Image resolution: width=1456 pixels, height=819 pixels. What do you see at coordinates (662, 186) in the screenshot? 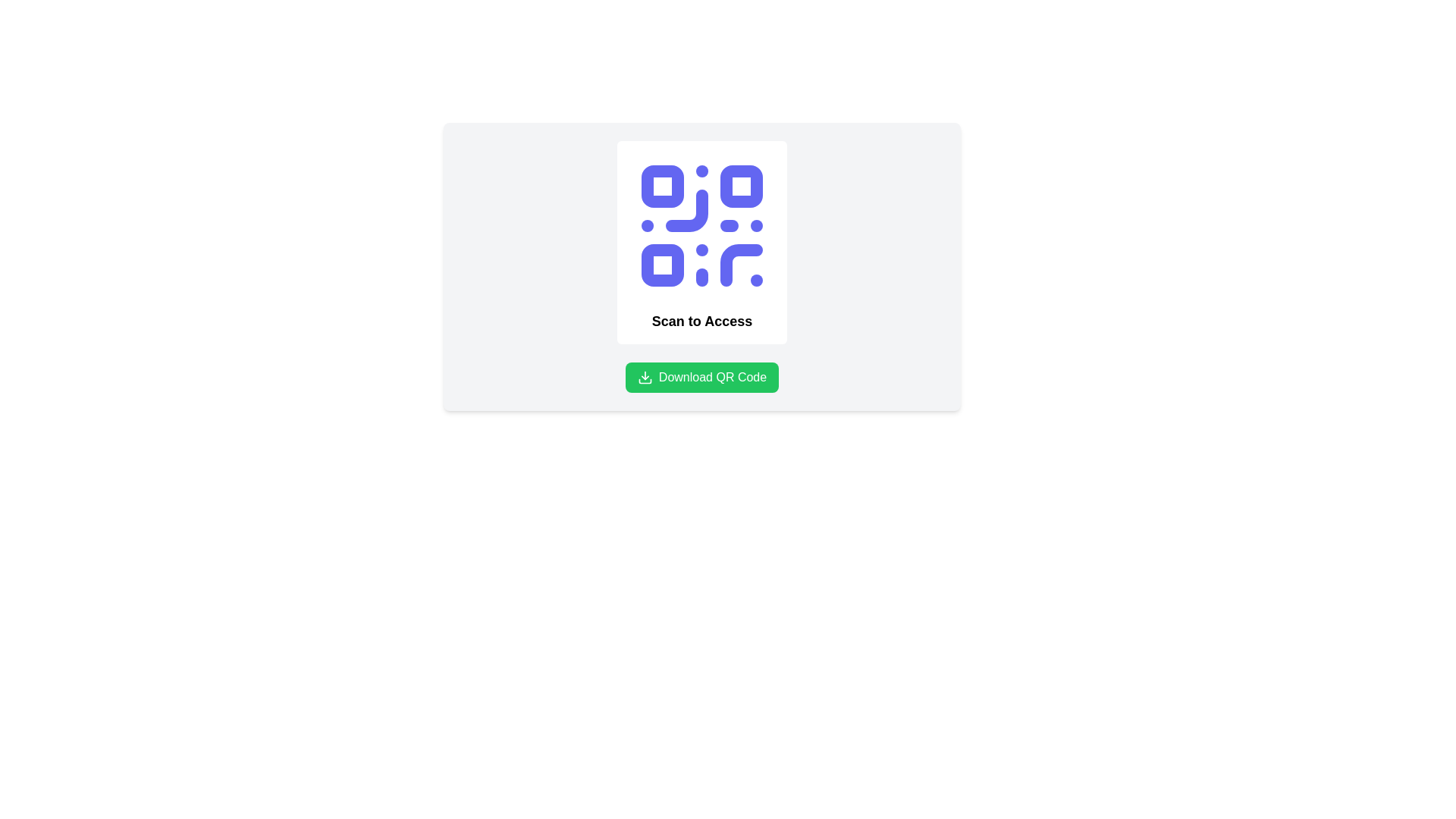
I see `the small rounded square of blue color with a white fill located at the top-left corner of the QR code graphic` at bounding box center [662, 186].